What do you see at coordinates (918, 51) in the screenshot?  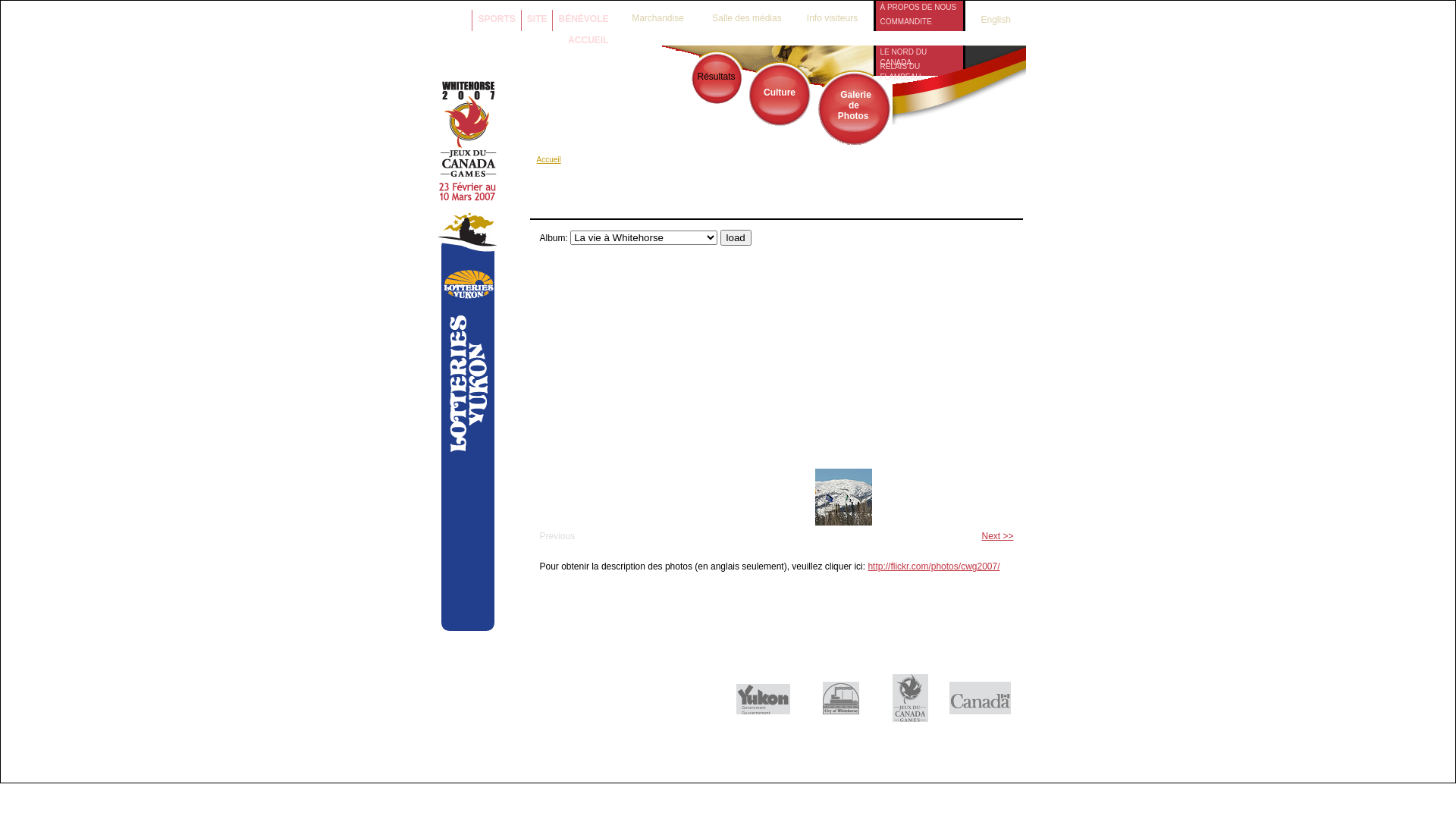 I see `'LE NORD DU CANADA'` at bounding box center [918, 51].